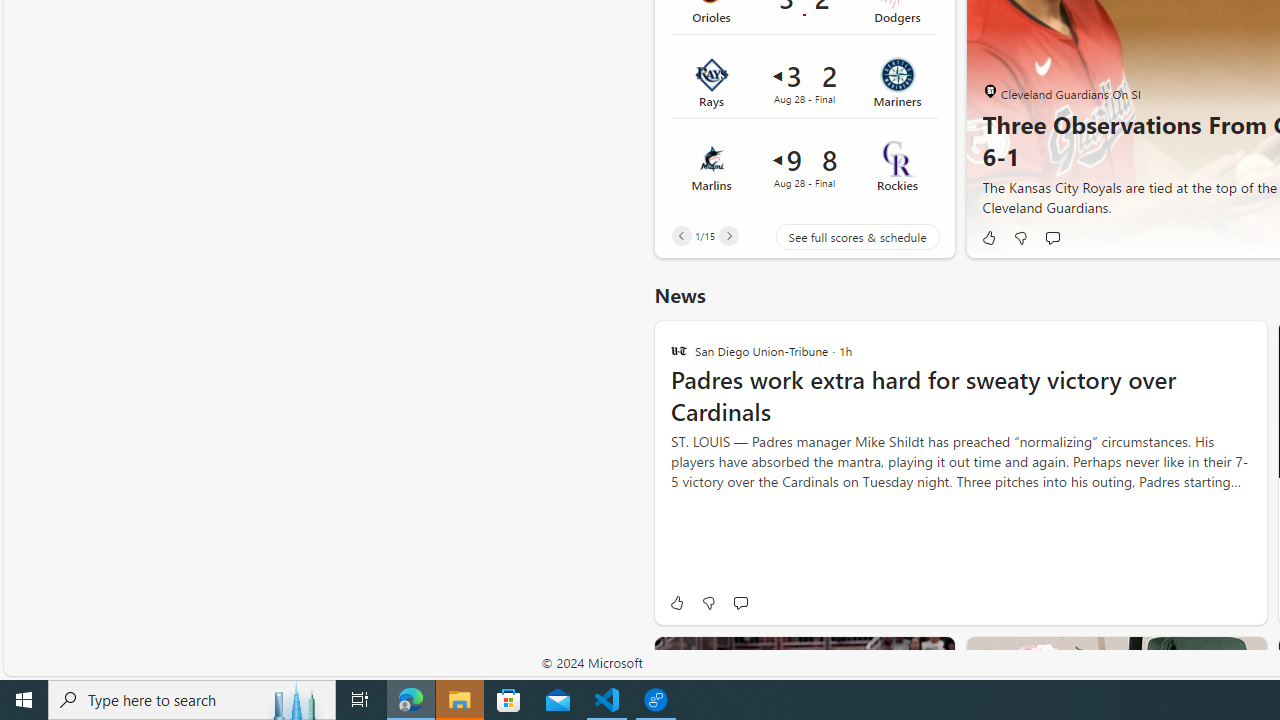  I want to click on 'Marlins 9 vs Rockies 8Final Date Aug 28', so click(804, 166).